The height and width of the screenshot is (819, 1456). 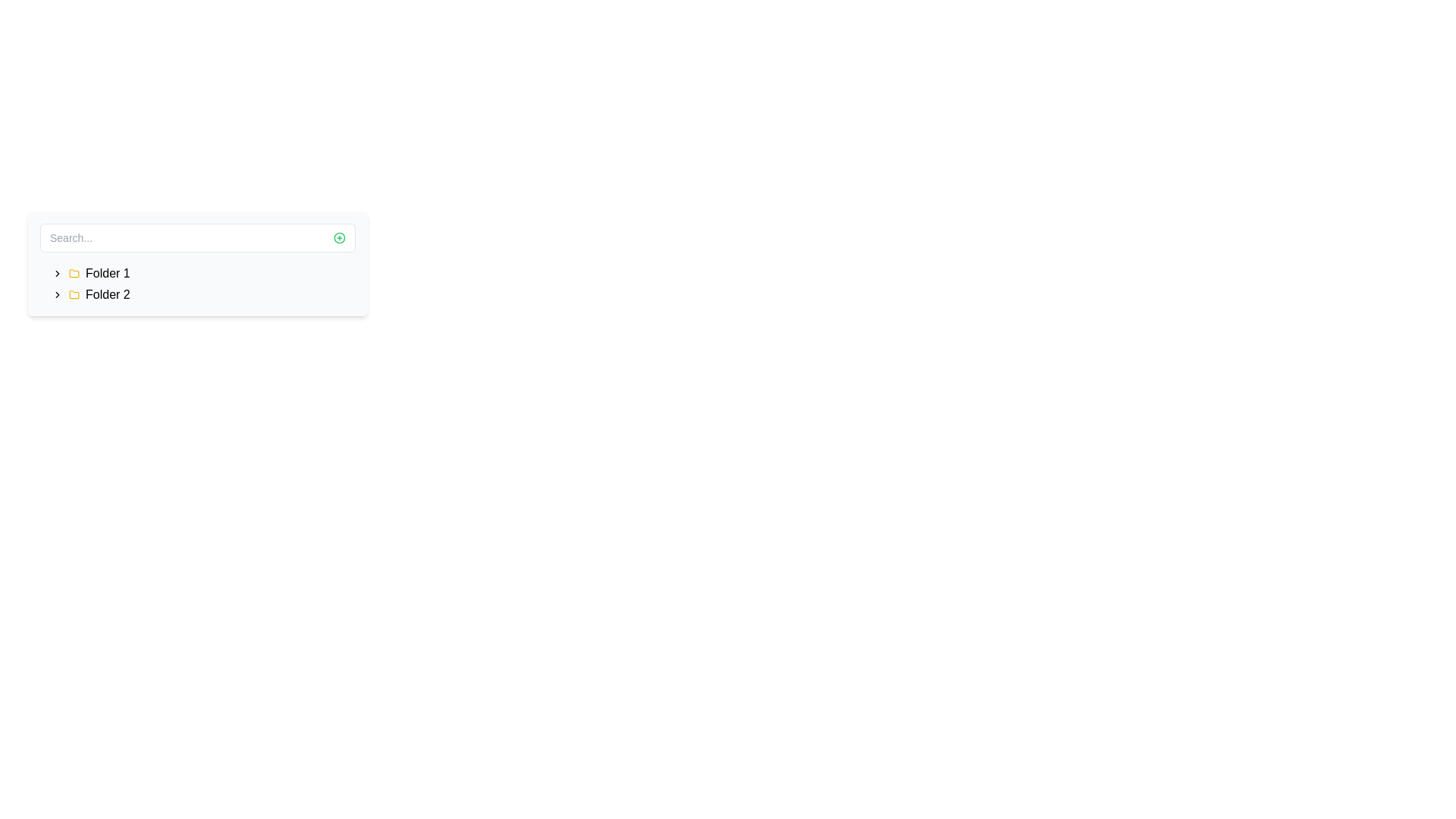 What do you see at coordinates (338, 237) in the screenshot?
I see `the green-bordered circular vector graphic located at the top-right corner near the search bar interface` at bounding box center [338, 237].